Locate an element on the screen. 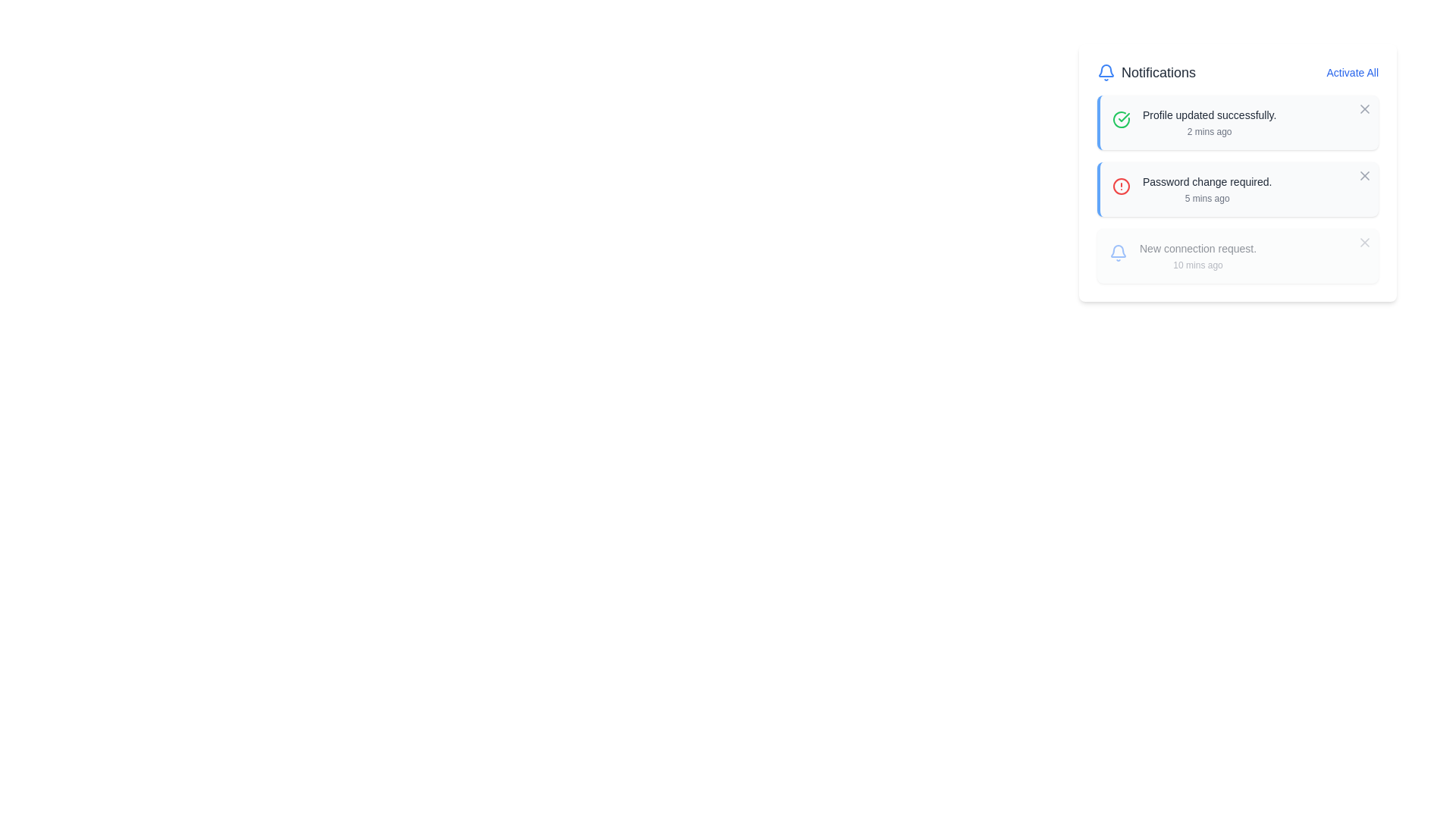  the blue outlined bell icon located in the notifications header section, positioned to the left of the 'Notifications' text is located at coordinates (1106, 73).